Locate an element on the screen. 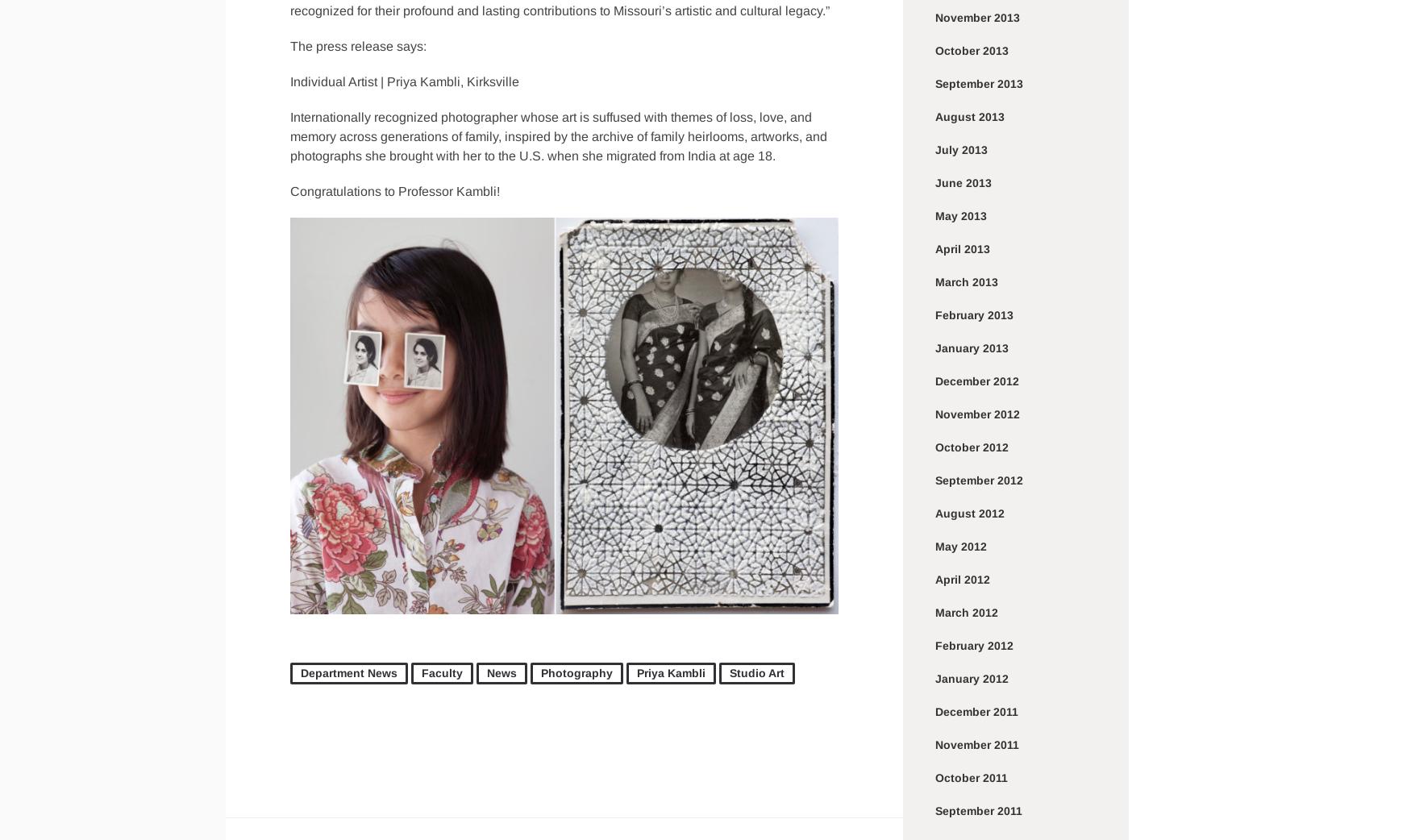  'February 2013' is located at coordinates (974, 314).